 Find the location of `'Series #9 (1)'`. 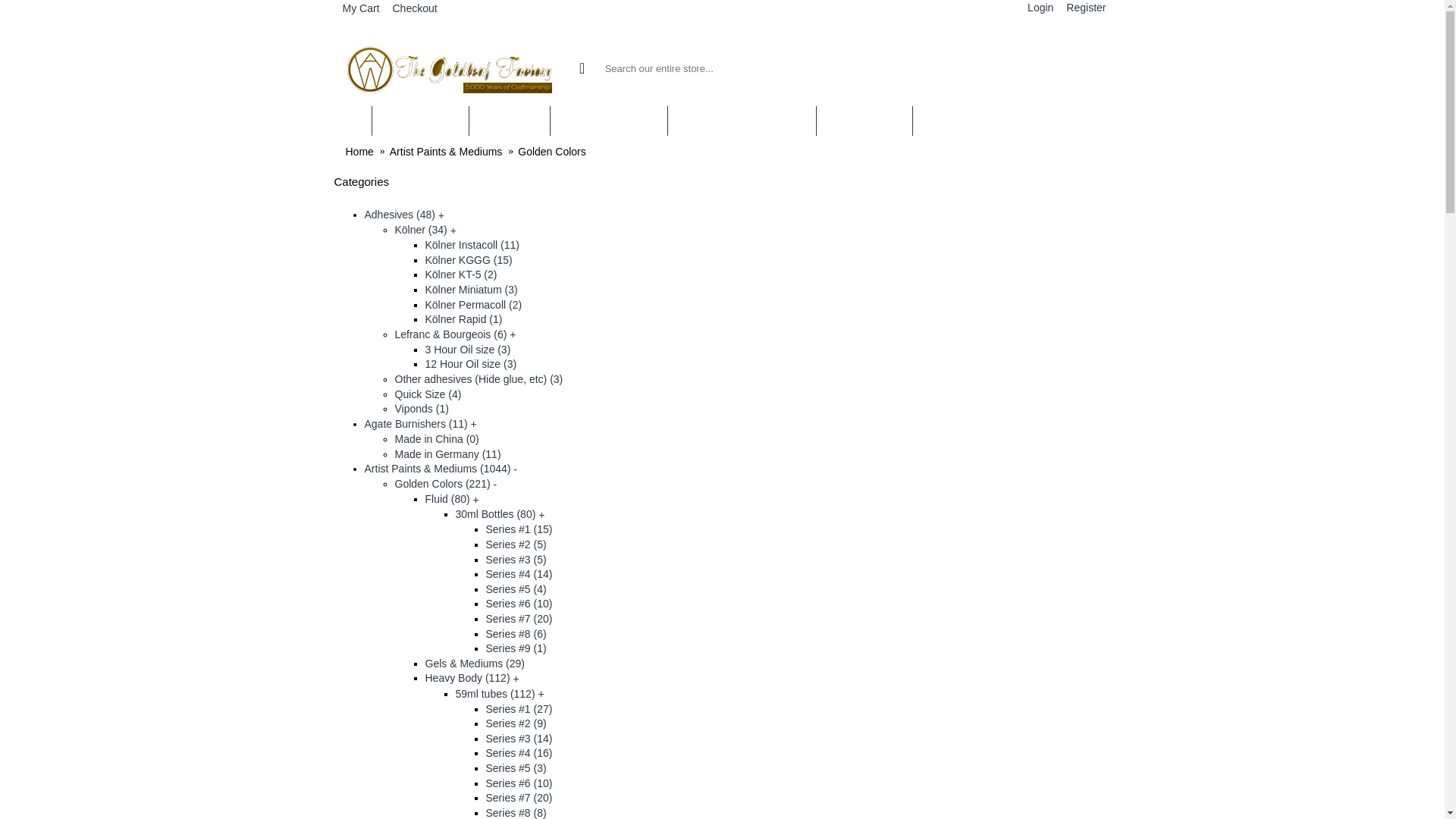

'Series #9 (1)' is located at coordinates (484, 648).